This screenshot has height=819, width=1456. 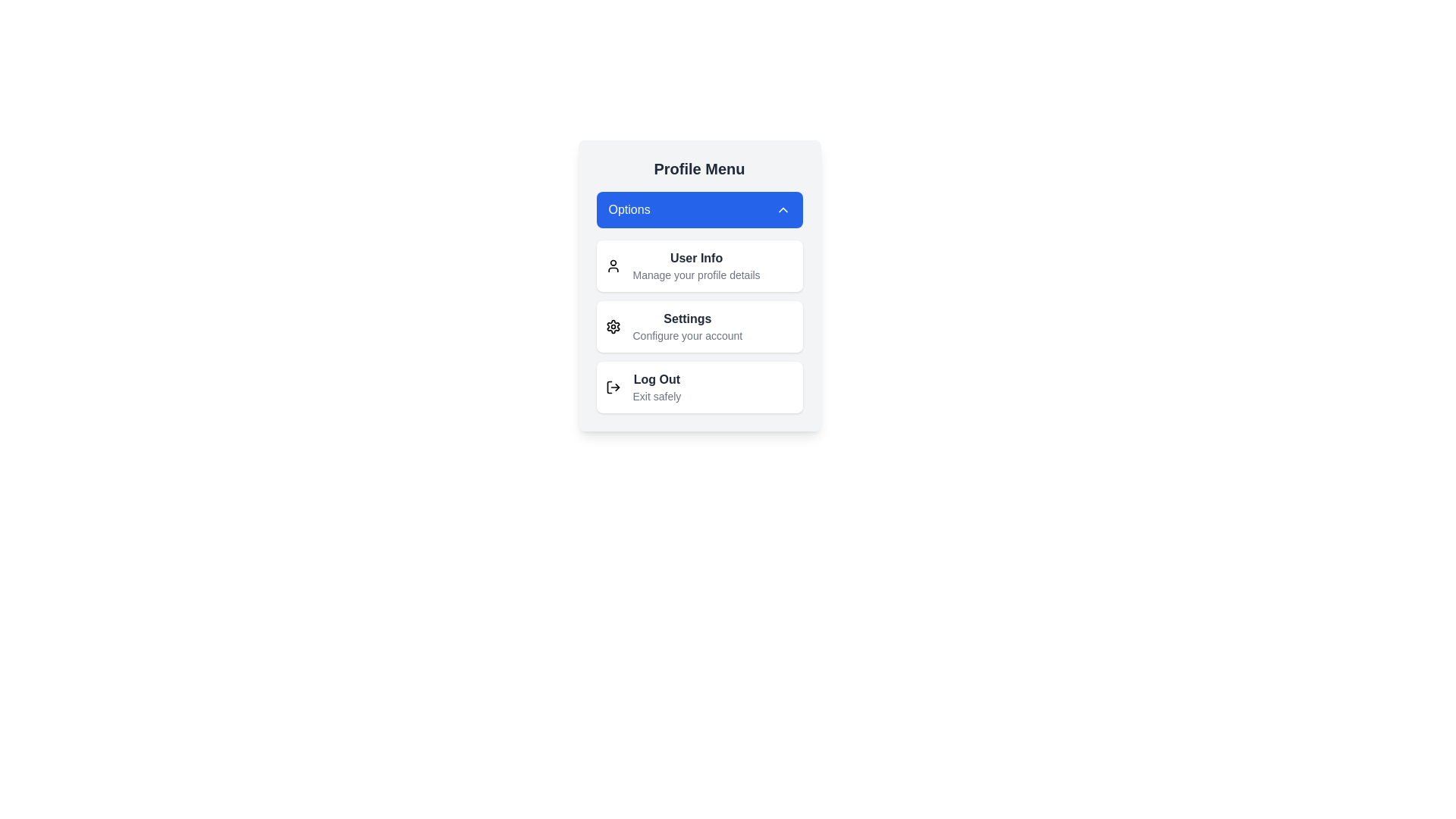 What do you see at coordinates (698, 386) in the screenshot?
I see `the menu option Log Out from the list` at bounding box center [698, 386].